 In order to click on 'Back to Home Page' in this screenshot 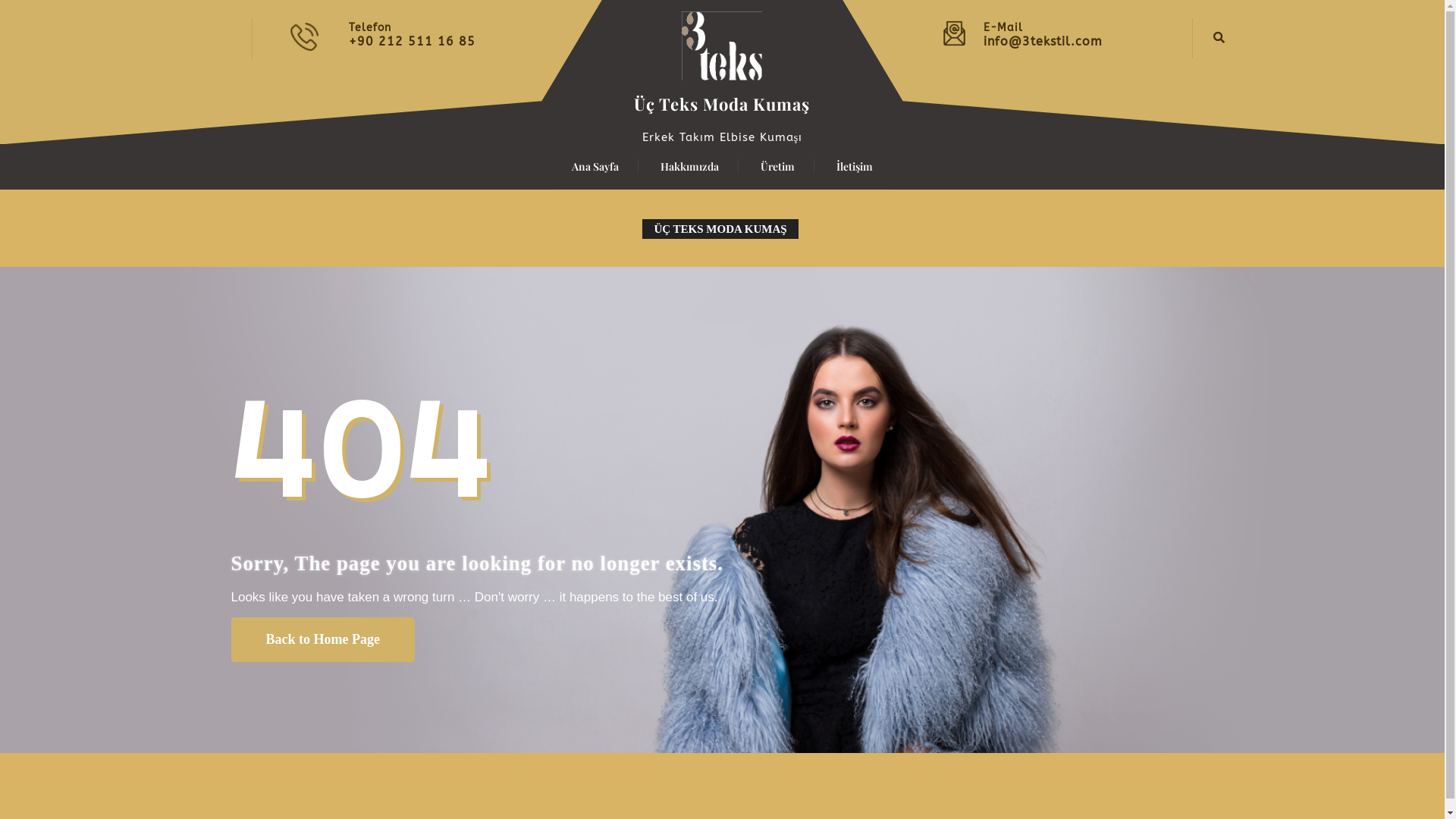, I will do `click(229, 639)`.